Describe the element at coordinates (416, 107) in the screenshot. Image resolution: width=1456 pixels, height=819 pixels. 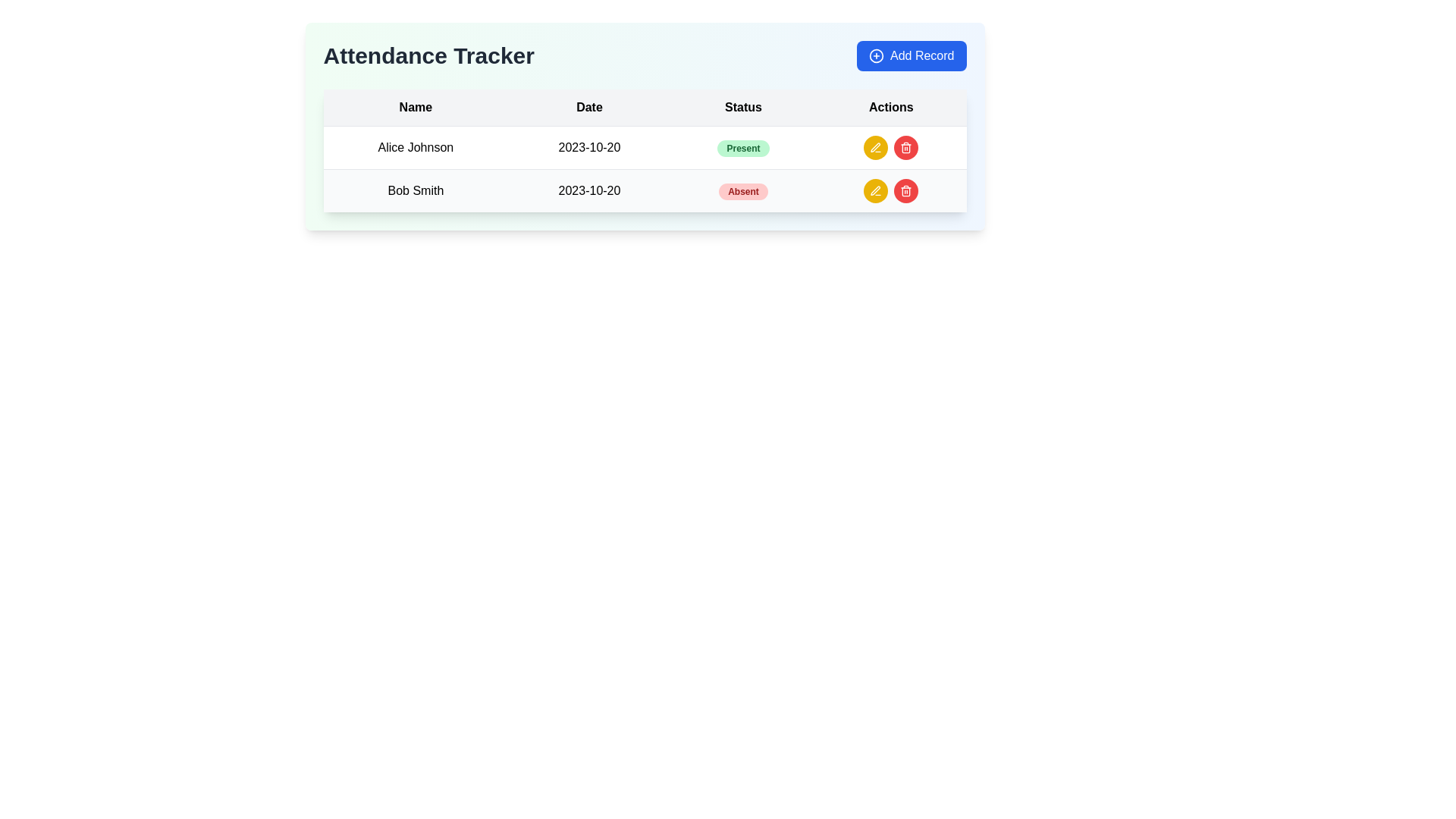
I see `the 'Name' column header in the Attendance Tracker table, which is located at the top-left corner of the table structure, immediately to the right of the title` at that location.